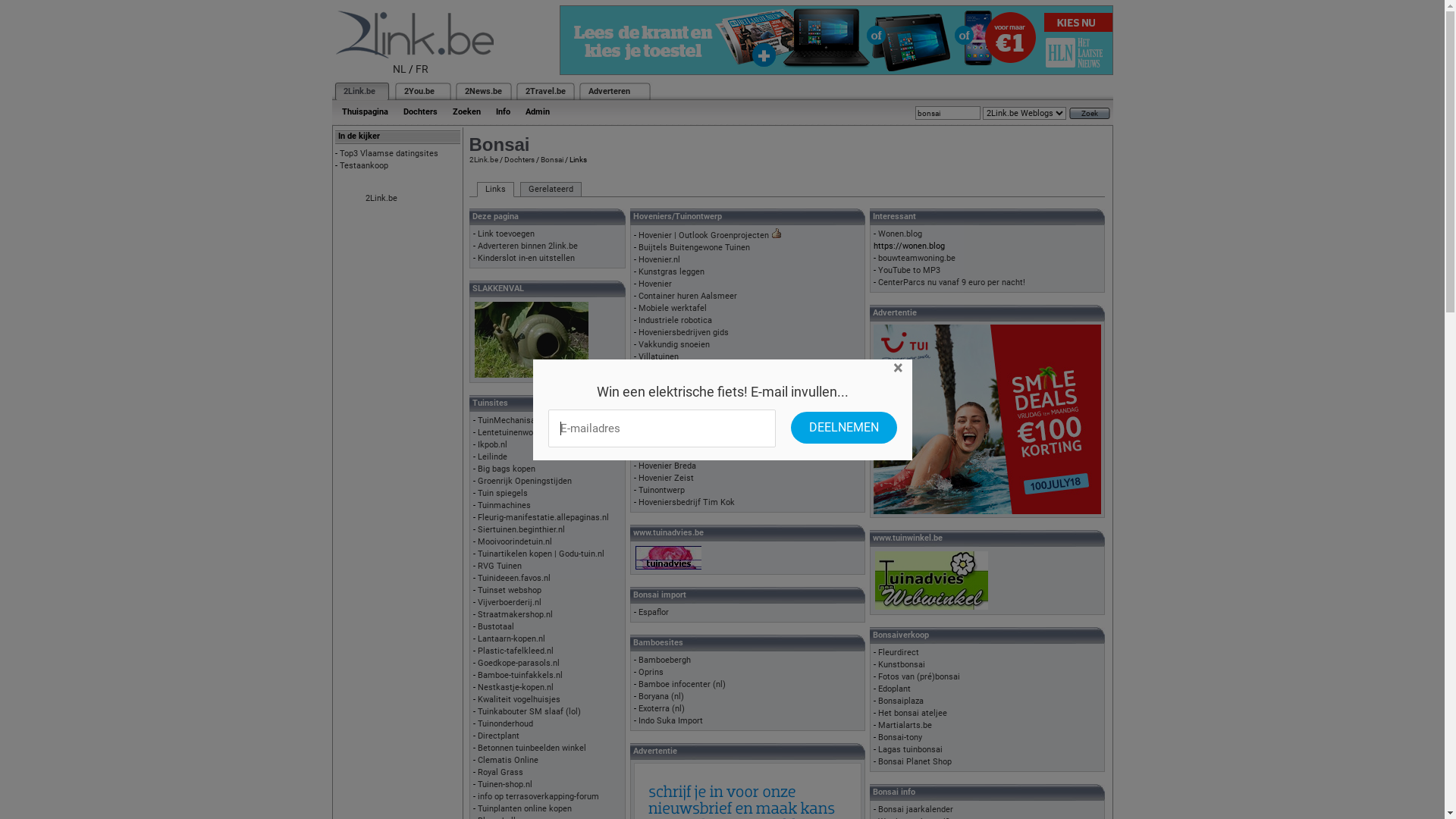  Describe the element at coordinates (912, 713) in the screenshot. I see `'Het bonsai ateljee'` at that location.